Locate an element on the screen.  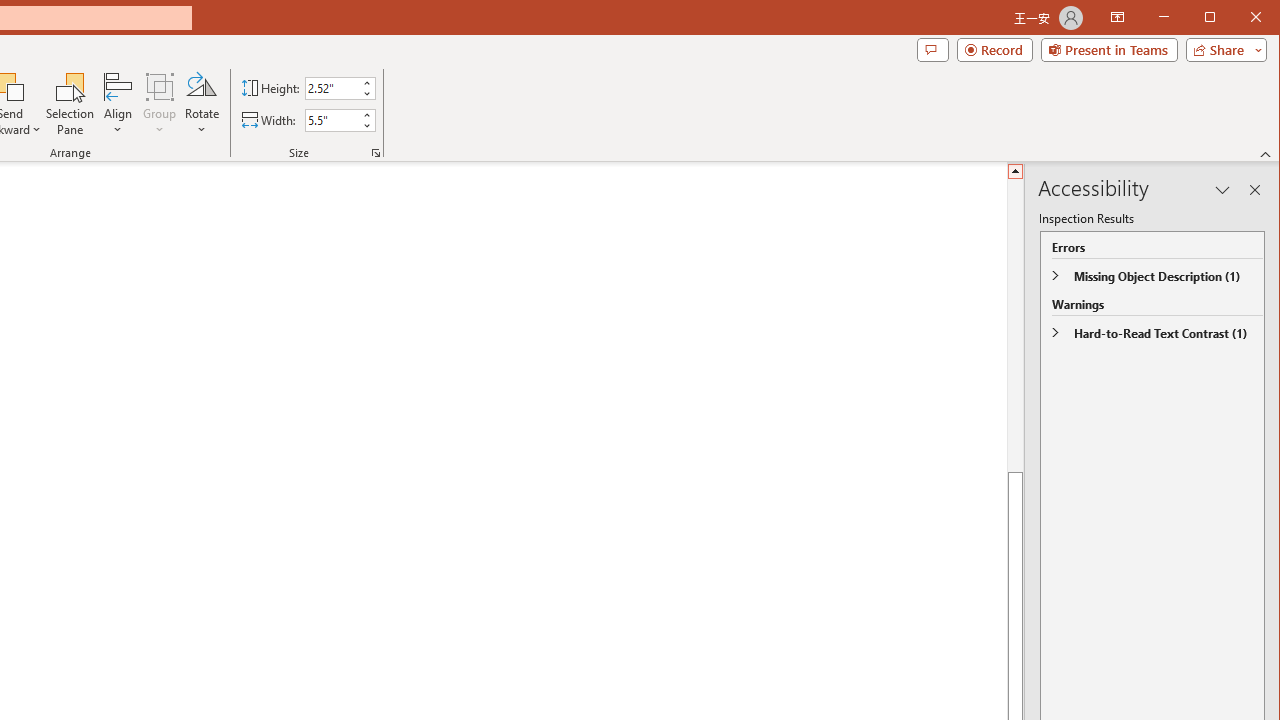
'More' is located at coordinates (366, 115).